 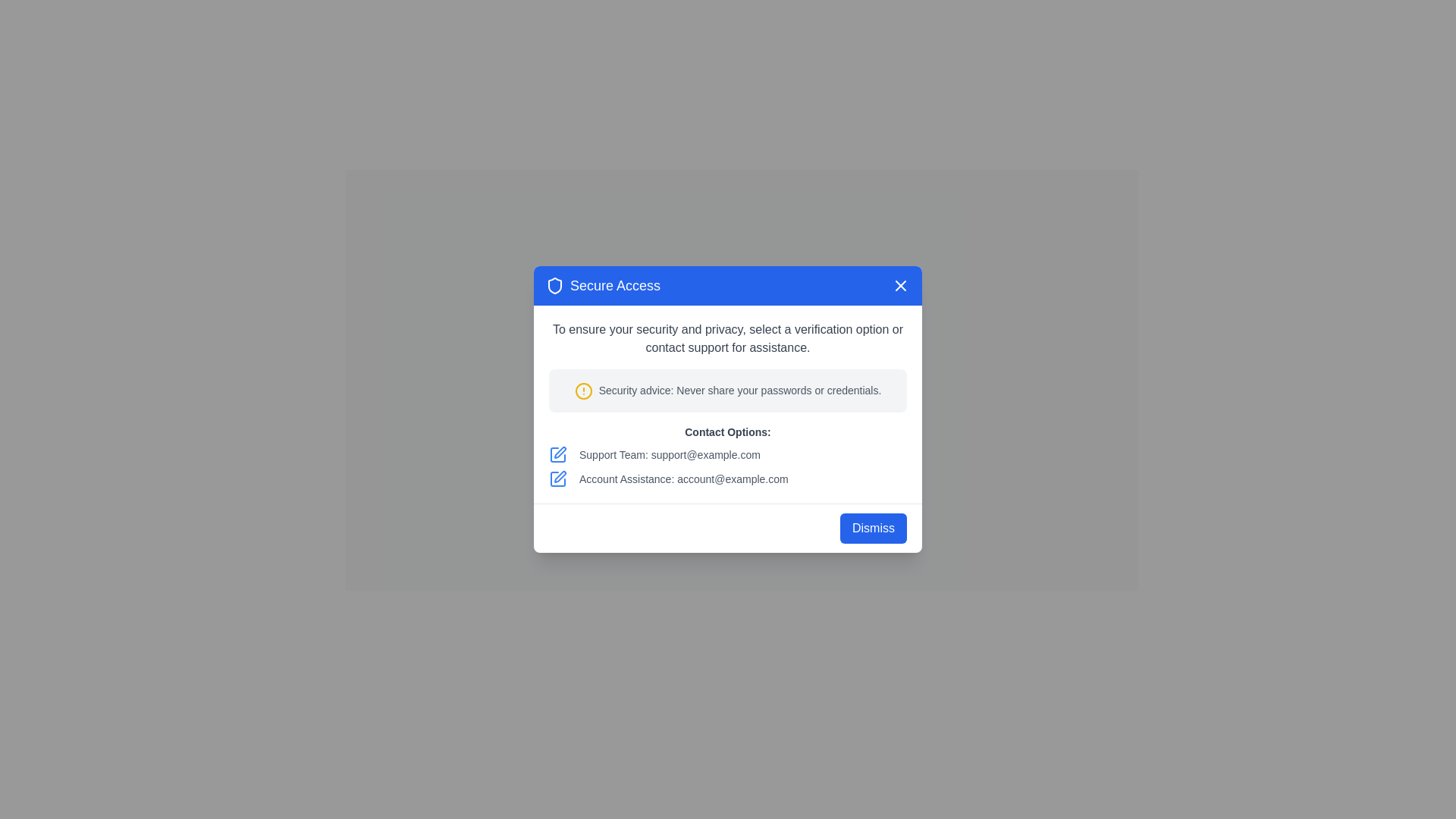 I want to click on the editing icon located at the top-left corner next to the 'Account Assistance: account@example.com' text to interact with the account assistance section, so click(x=557, y=479).